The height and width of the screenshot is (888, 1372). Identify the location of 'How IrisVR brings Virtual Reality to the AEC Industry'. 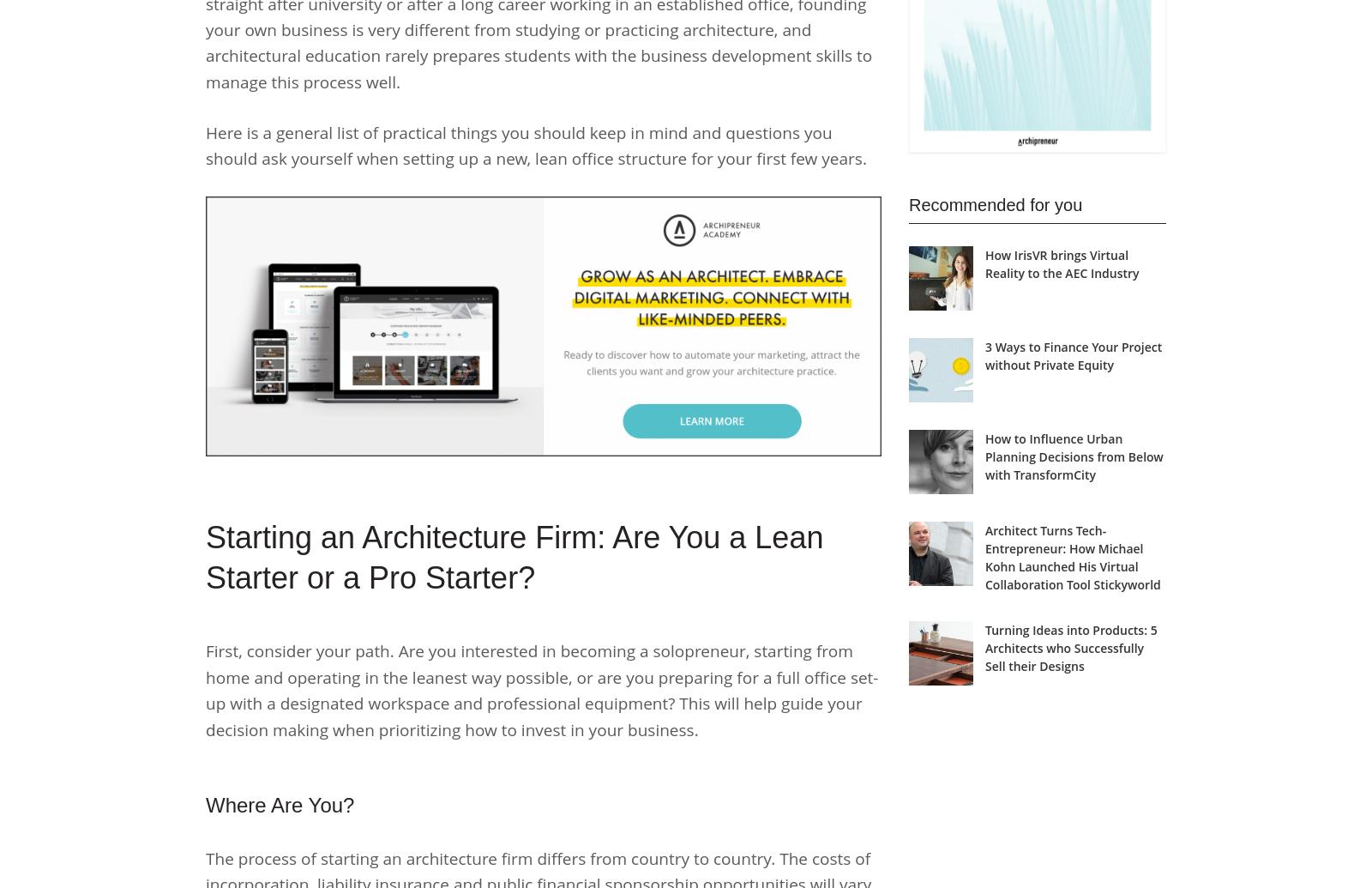
(1061, 264).